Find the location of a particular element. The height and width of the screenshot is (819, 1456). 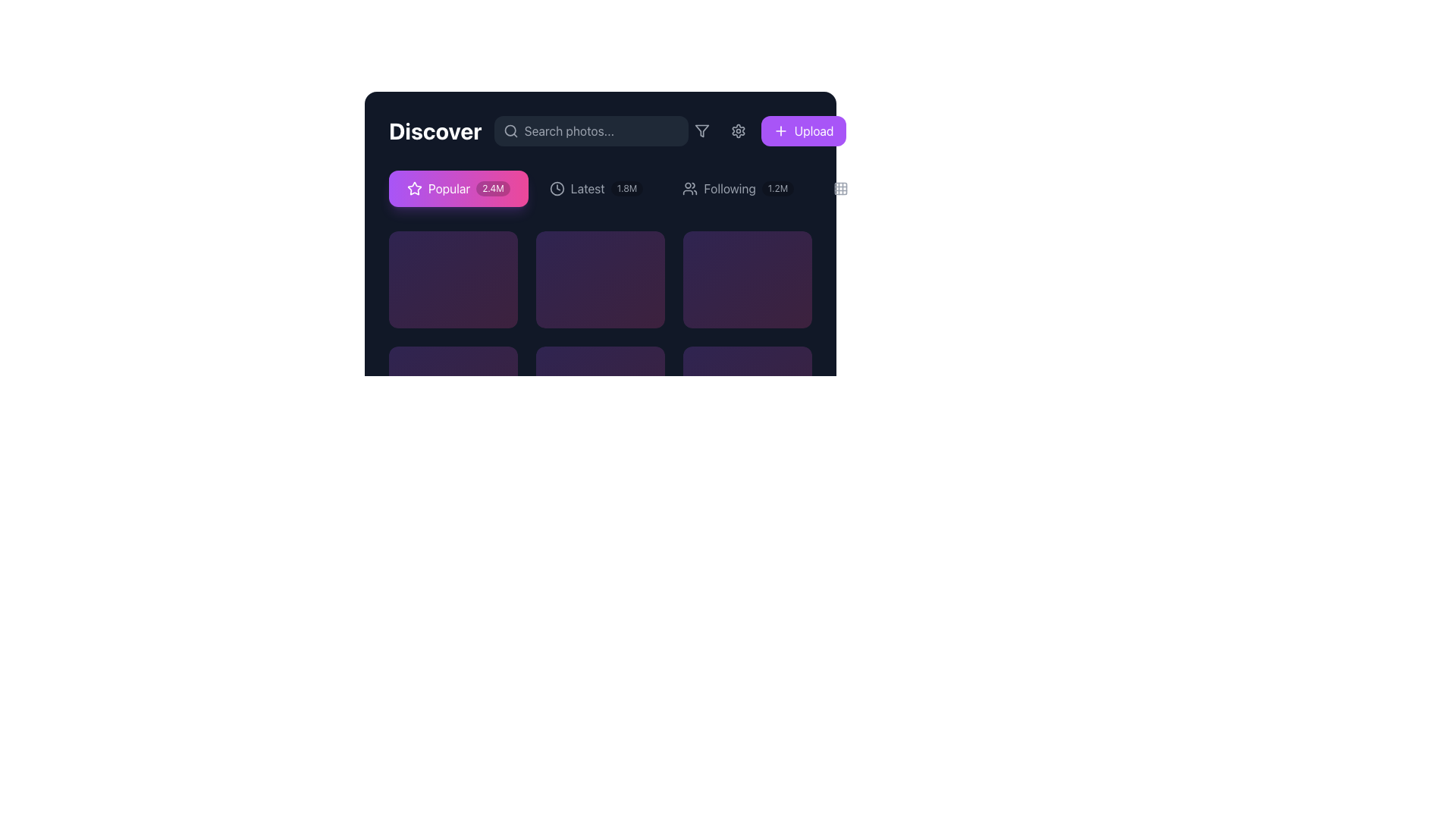

the 'Upload' text label displayed in bold, white font within a purple, pill-shaped button located at the top-right corner of the interface is located at coordinates (813, 130).